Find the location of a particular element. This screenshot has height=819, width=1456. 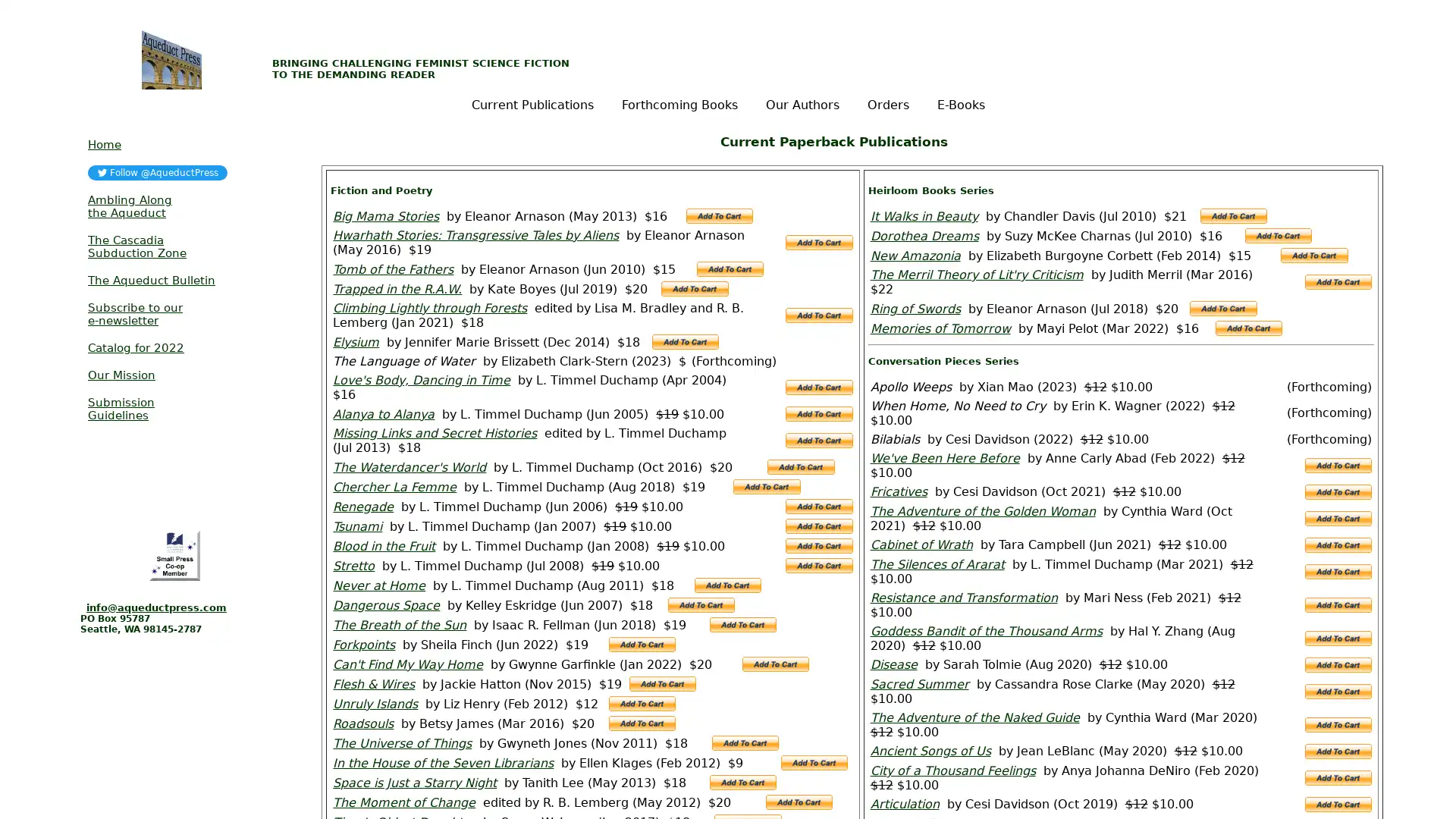

Make payments with PayPal - it\'s fast, free and secure! is located at coordinates (1338, 464).